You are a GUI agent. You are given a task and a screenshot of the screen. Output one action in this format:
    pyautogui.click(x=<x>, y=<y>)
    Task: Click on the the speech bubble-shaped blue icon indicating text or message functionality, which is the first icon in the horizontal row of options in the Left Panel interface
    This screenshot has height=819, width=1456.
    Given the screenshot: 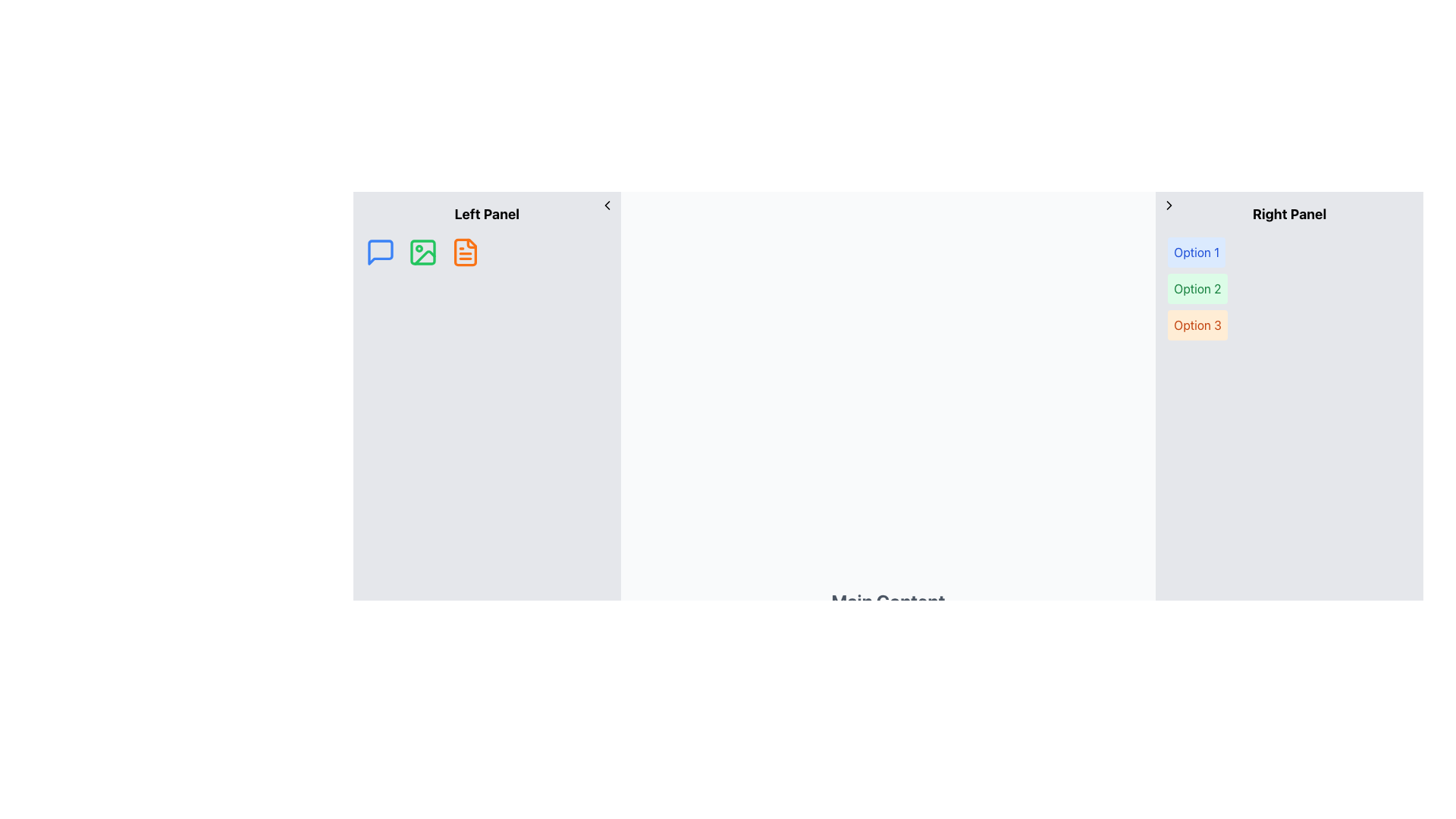 What is the action you would take?
    pyautogui.click(x=381, y=251)
    